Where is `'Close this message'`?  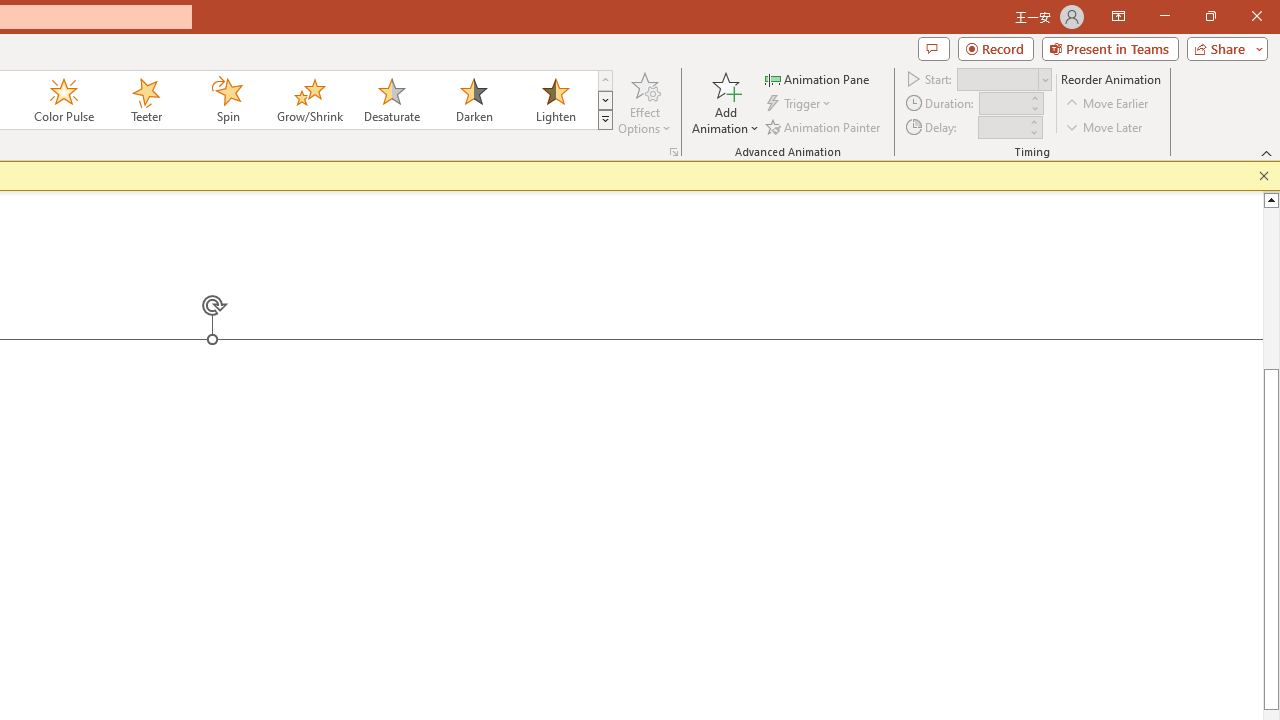 'Close this message' is located at coordinates (1263, 175).